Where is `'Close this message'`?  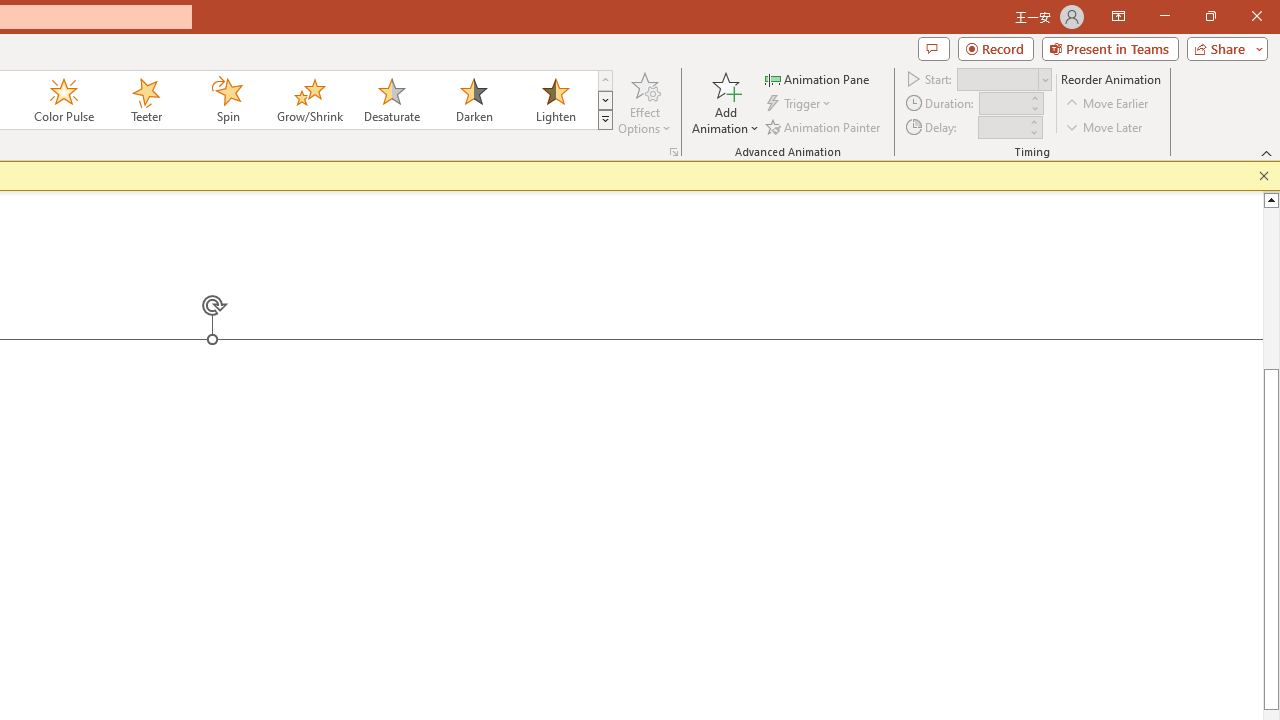 'Close this message' is located at coordinates (1263, 175).